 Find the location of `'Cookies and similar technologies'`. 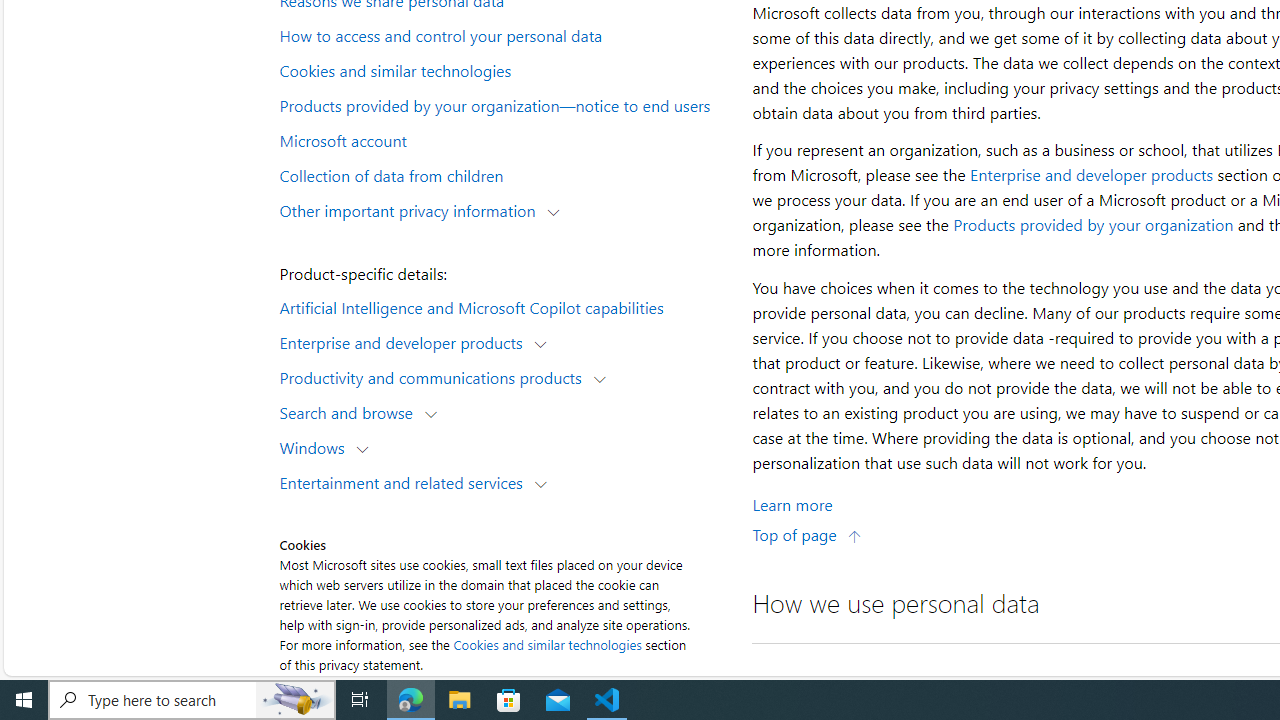

'Cookies and similar technologies' is located at coordinates (547, 644).